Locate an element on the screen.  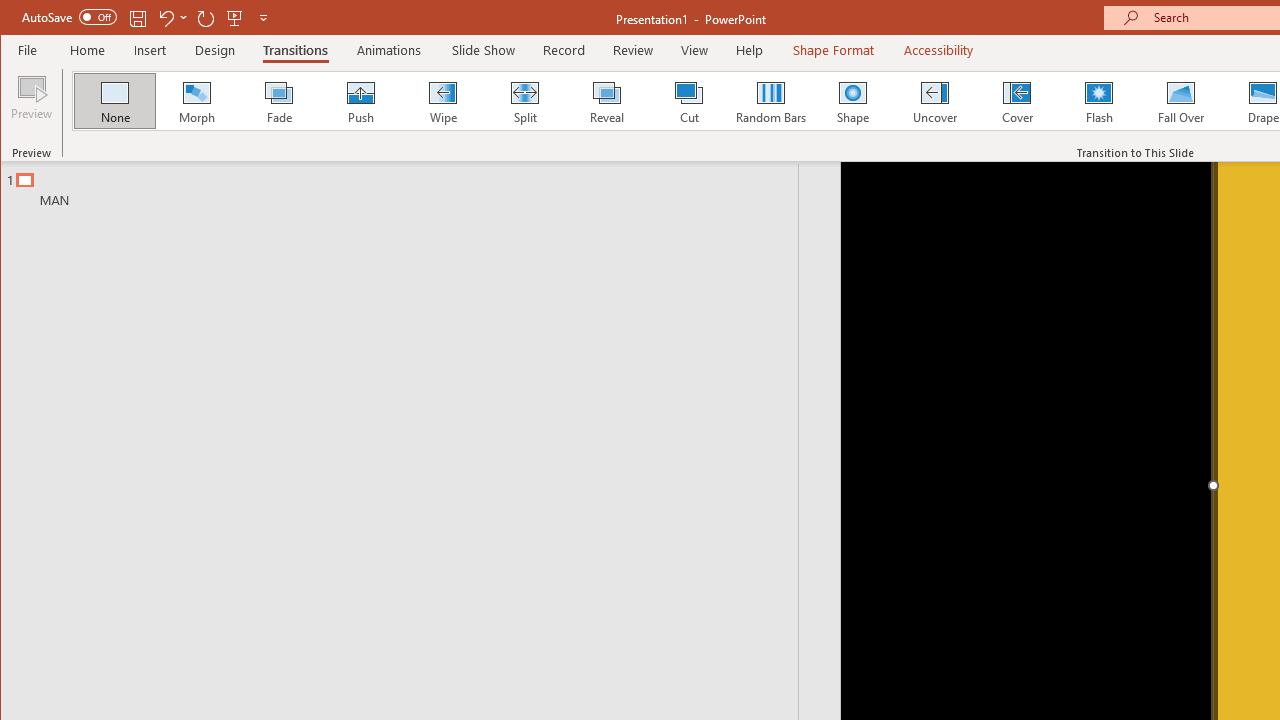
'From Beginning' is located at coordinates (235, 17).